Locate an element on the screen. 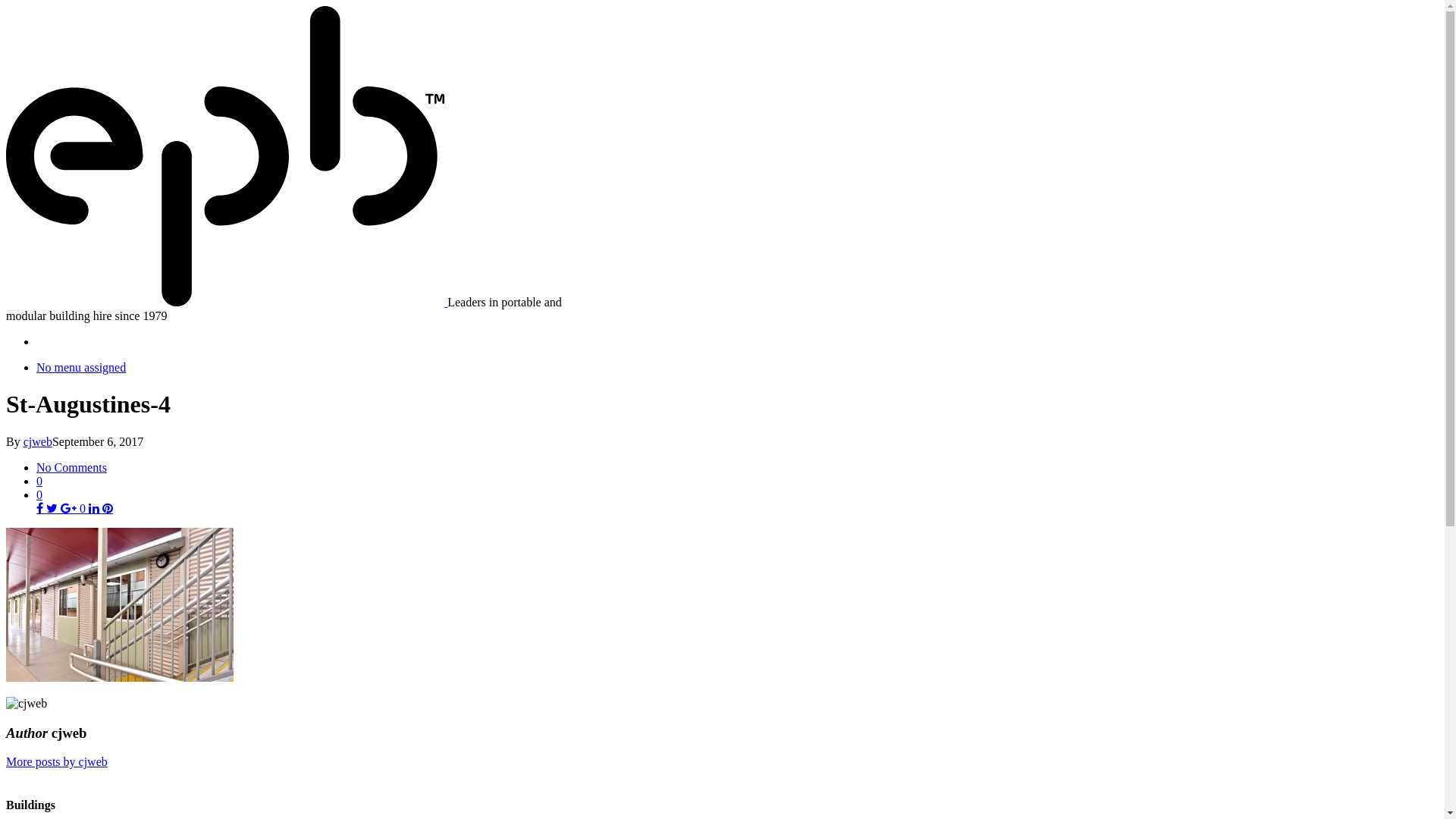 This screenshot has height=819, width=1456. 'No menu assigned' is located at coordinates (80, 367).